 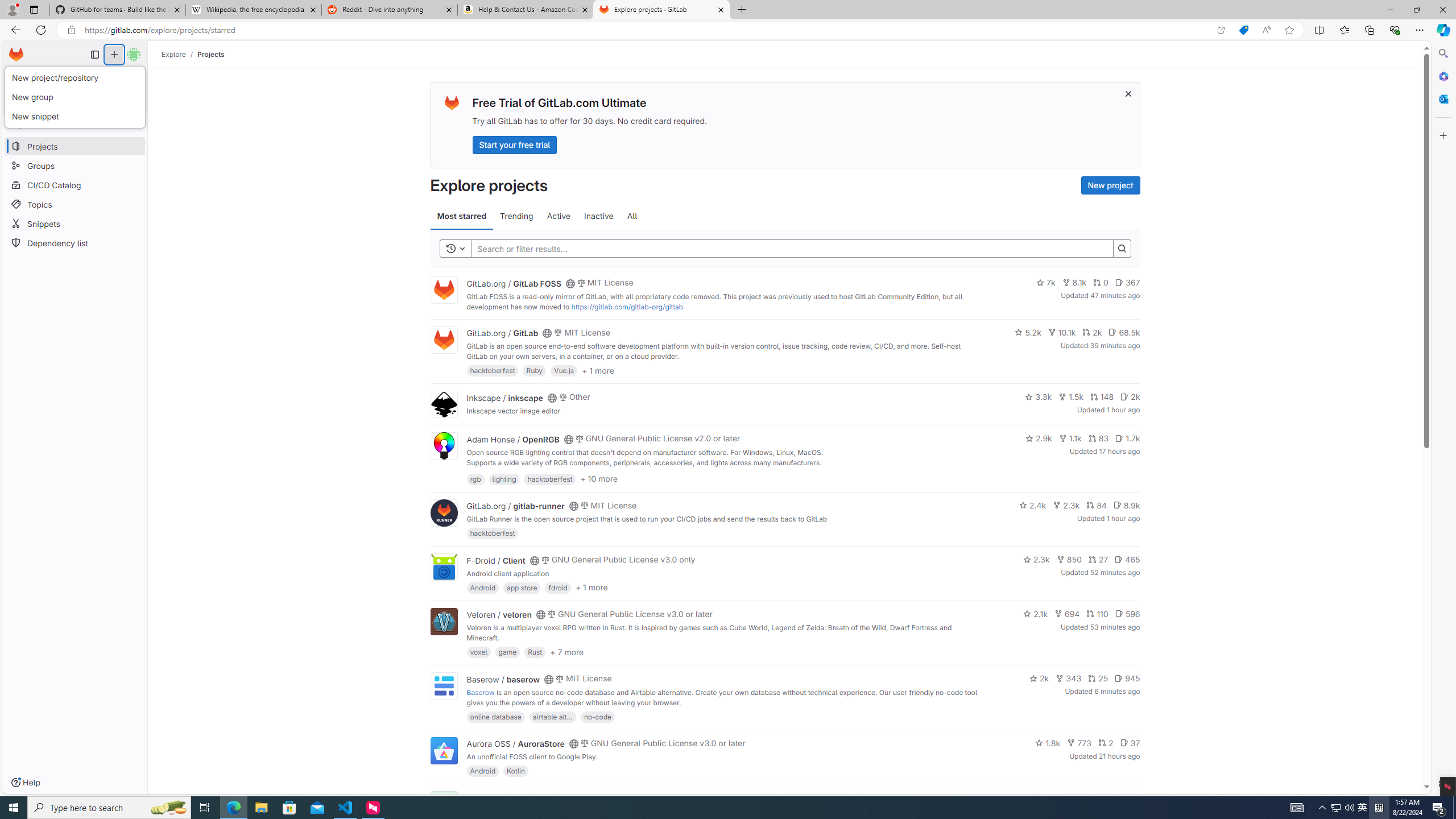 What do you see at coordinates (210, 54) in the screenshot?
I see `'Projects'` at bounding box center [210, 54].